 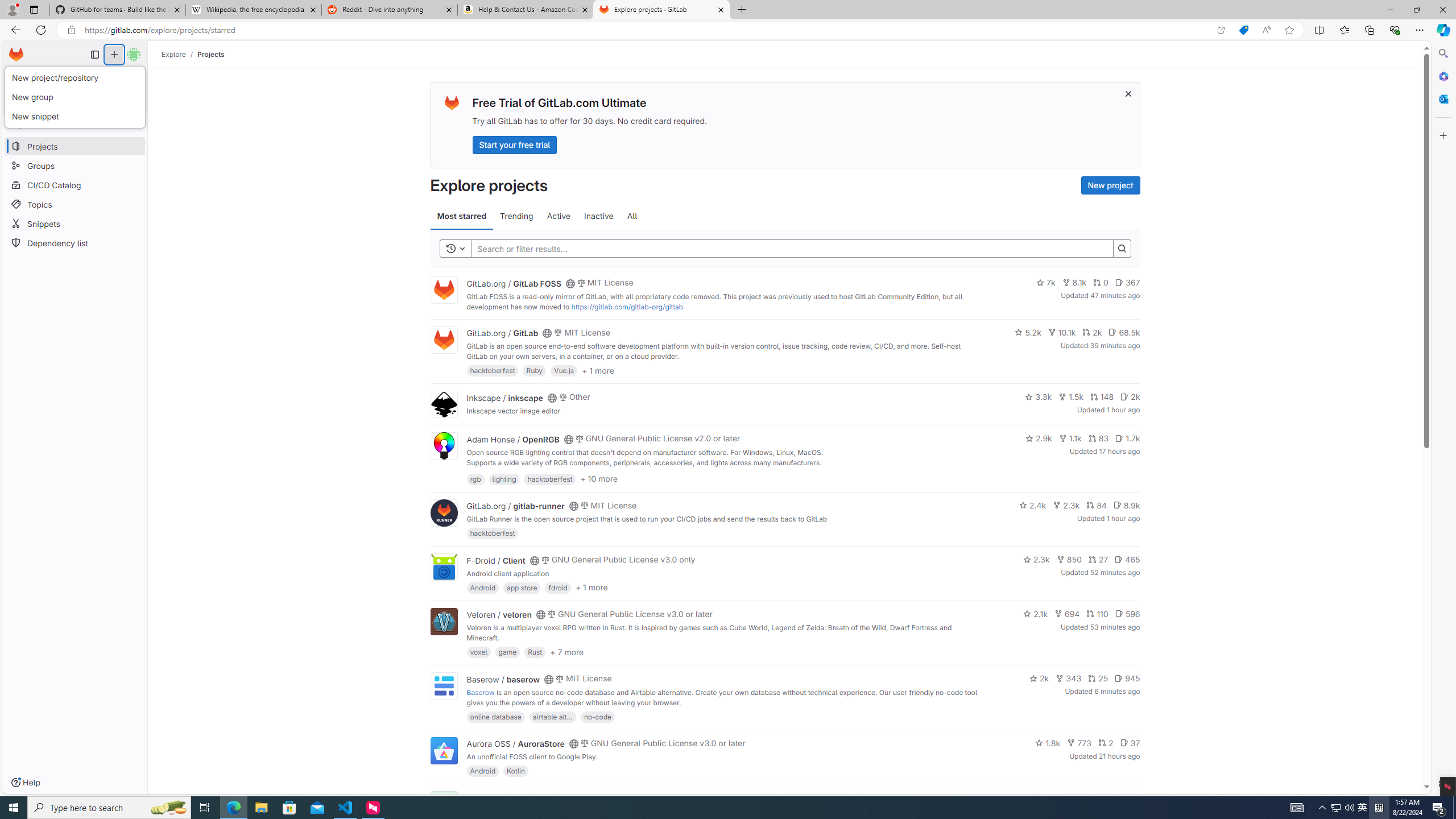 What do you see at coordinates (210, 54) in the screenshot?
I see `'Projects'` at bounding box center [210, 54].